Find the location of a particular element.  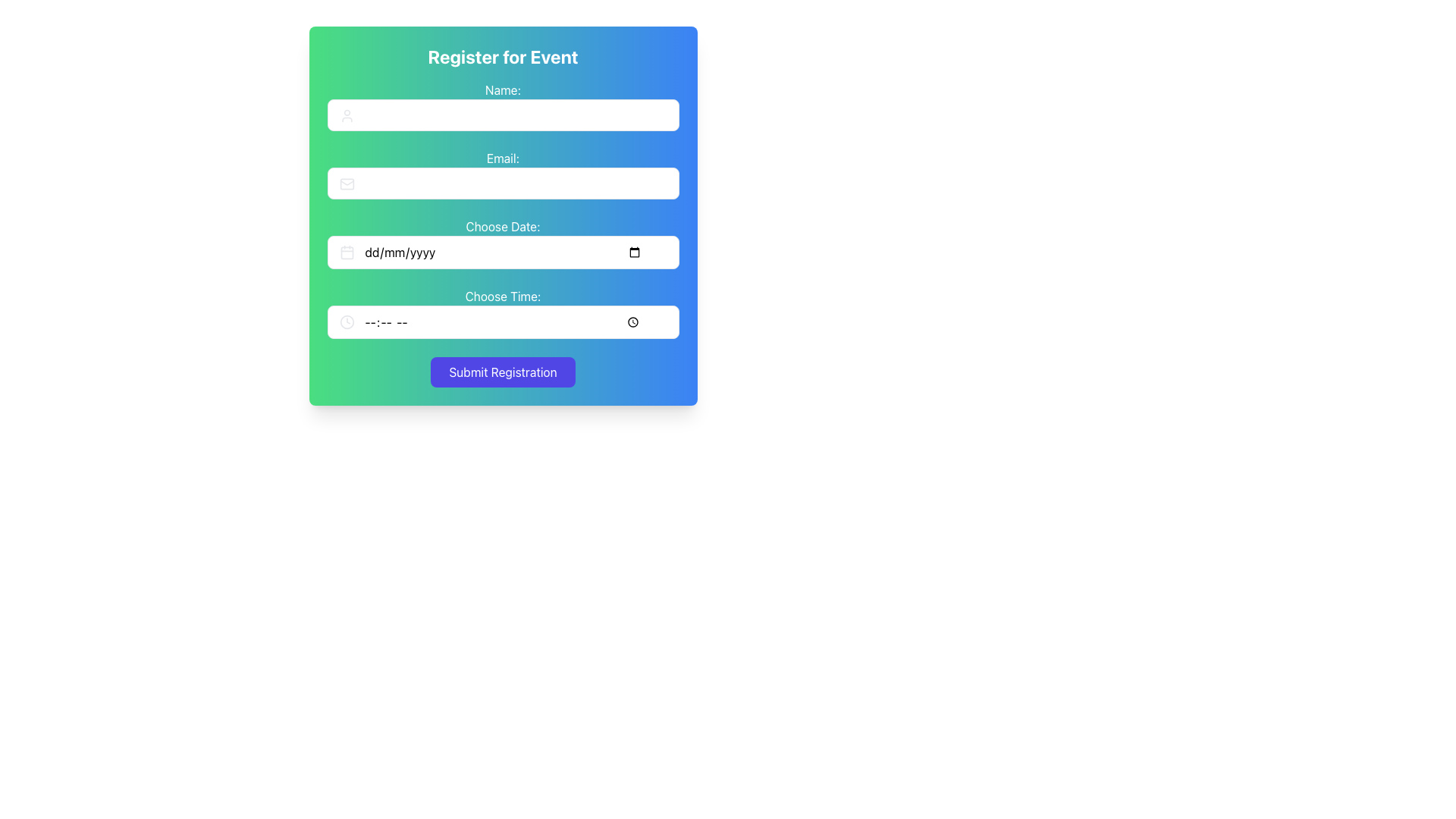

text label indicating the purpose of the adjacent email input field, which is located below the 'Register for Event' heading and above the 'Choose Date' input field is located at coordinates (503, 158).